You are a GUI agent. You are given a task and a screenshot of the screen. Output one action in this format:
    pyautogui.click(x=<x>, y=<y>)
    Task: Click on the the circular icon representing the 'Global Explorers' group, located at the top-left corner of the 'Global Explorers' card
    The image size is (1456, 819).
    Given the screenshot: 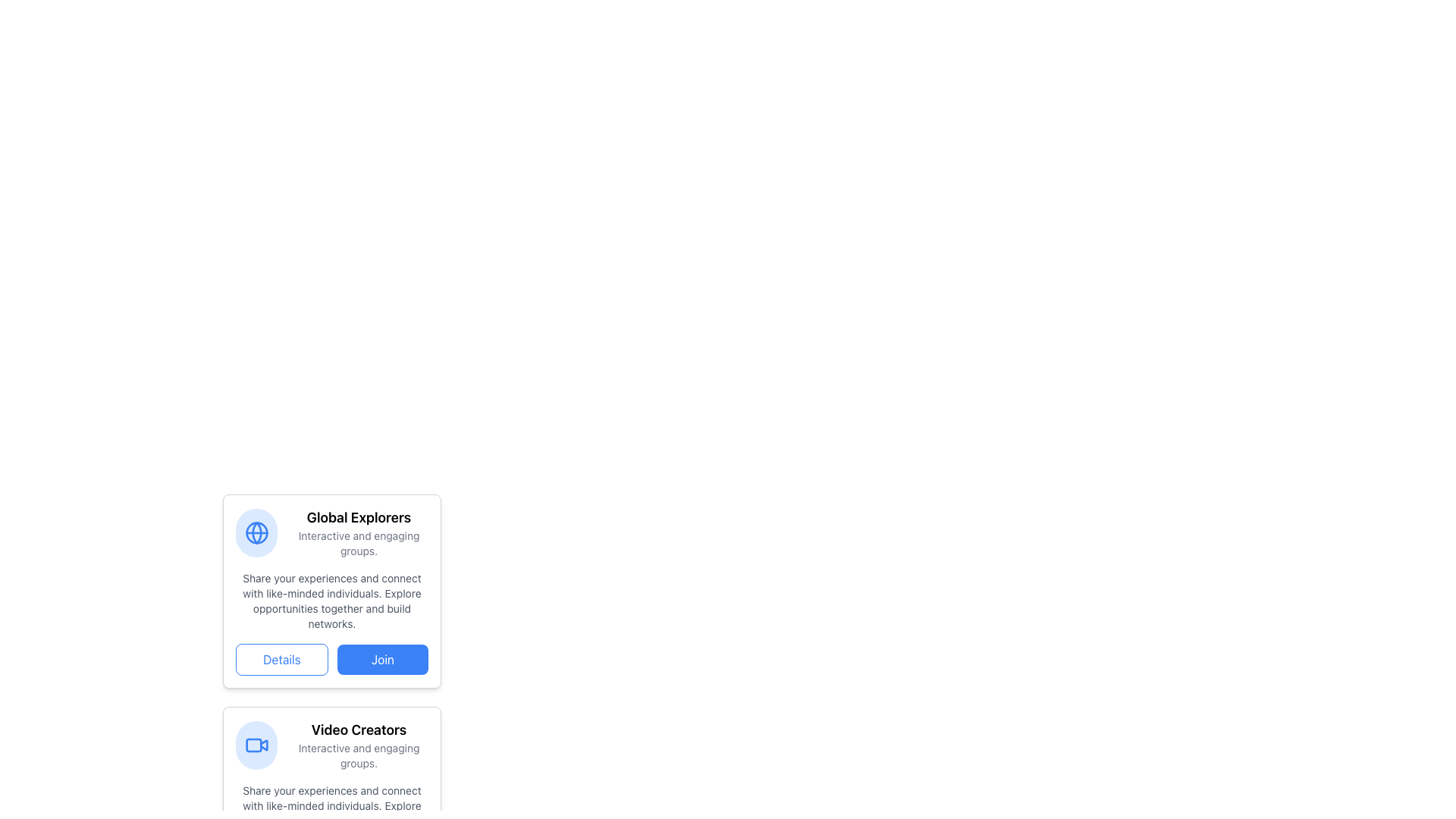 What is the action you would take?
    pyautogui.click(x=256, y=532)
    